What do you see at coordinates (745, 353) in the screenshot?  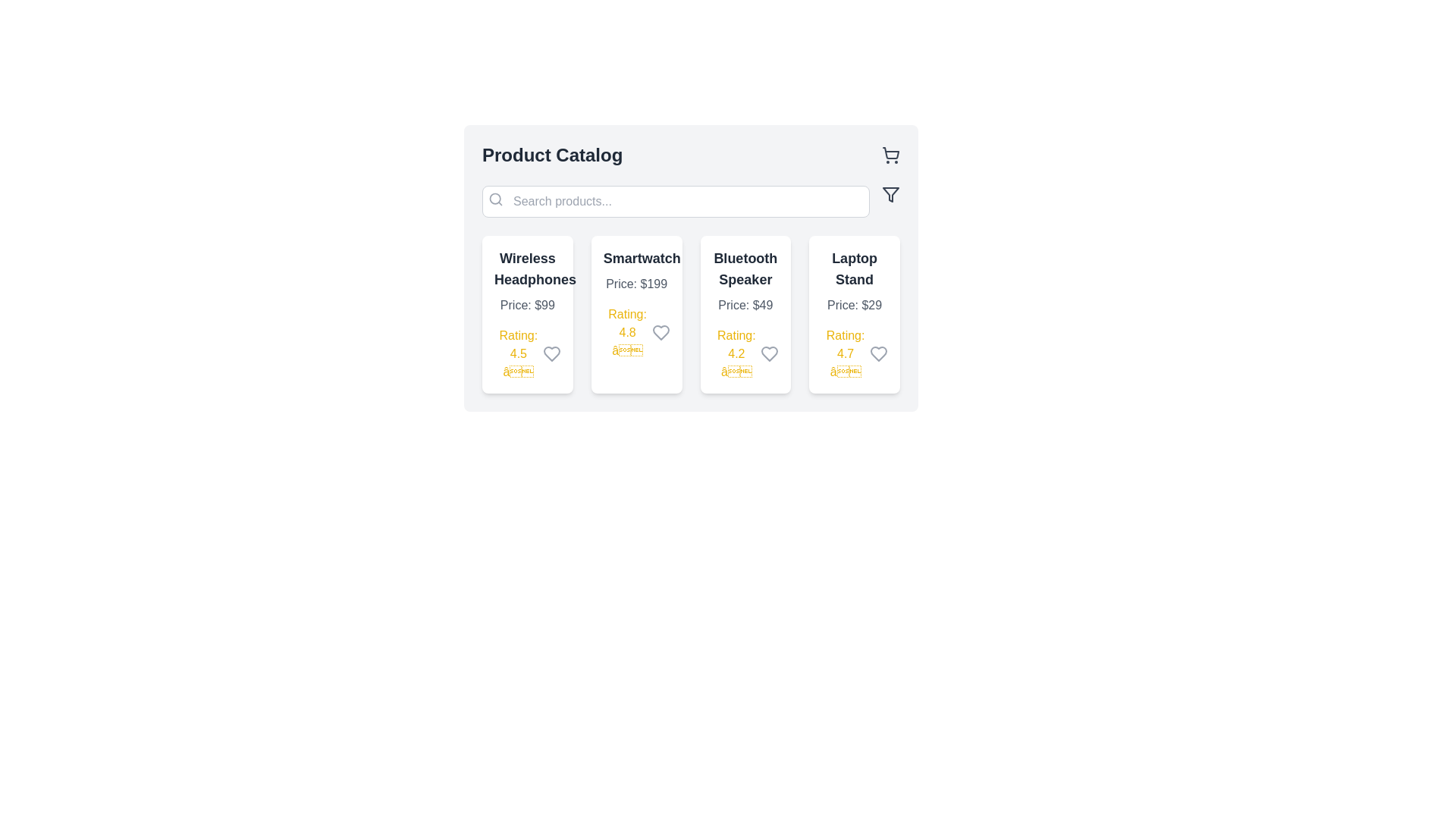 I see `the rating information displayed for the product 'Bluetooth Speaker' located in the third column of the product catalog grid, which shows a rating value of 4.2 stars` at bounding box center [745, 353].